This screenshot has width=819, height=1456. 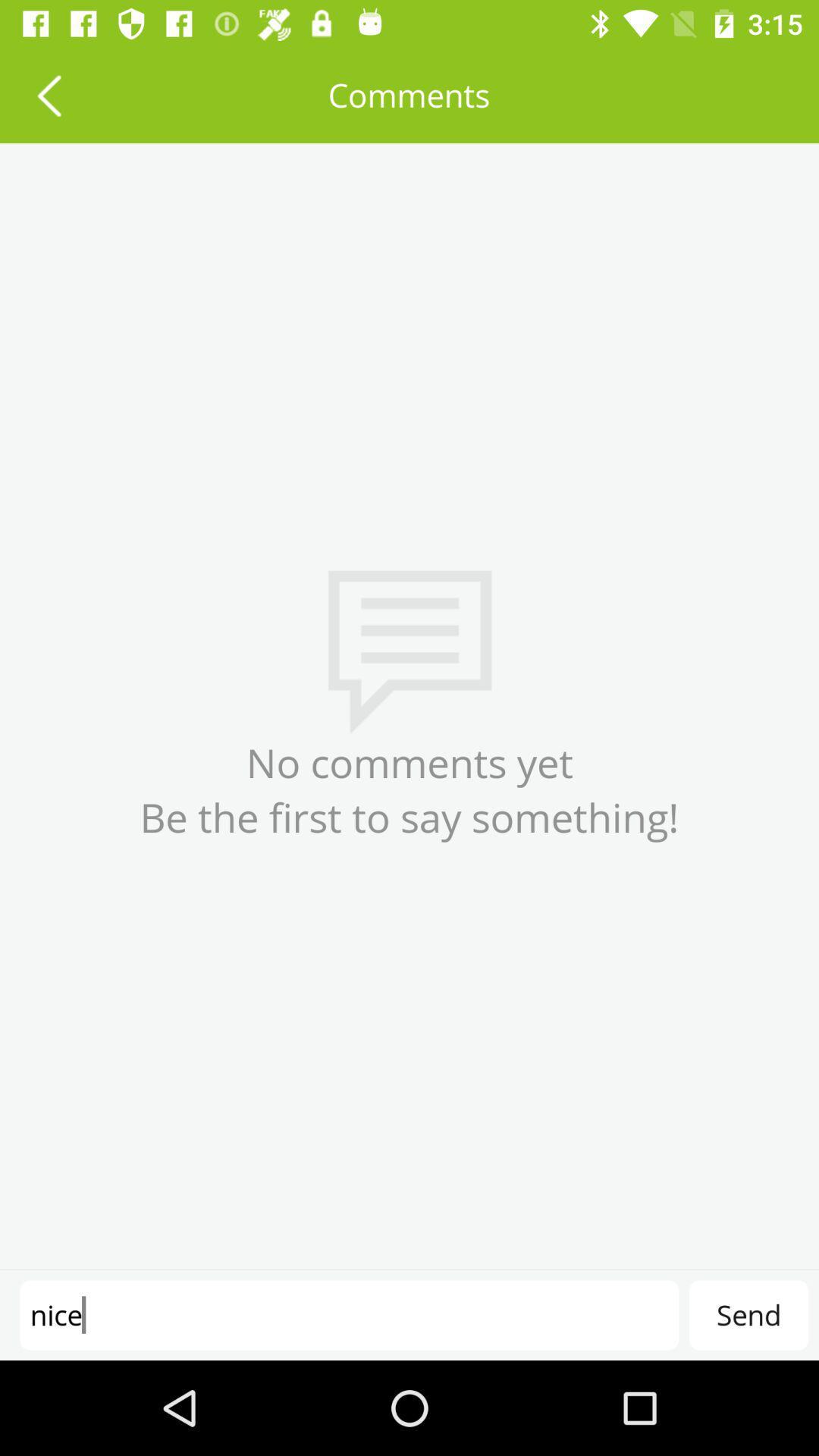 I want to click on the item to the left of send icon, so click(x=349, y=1314).